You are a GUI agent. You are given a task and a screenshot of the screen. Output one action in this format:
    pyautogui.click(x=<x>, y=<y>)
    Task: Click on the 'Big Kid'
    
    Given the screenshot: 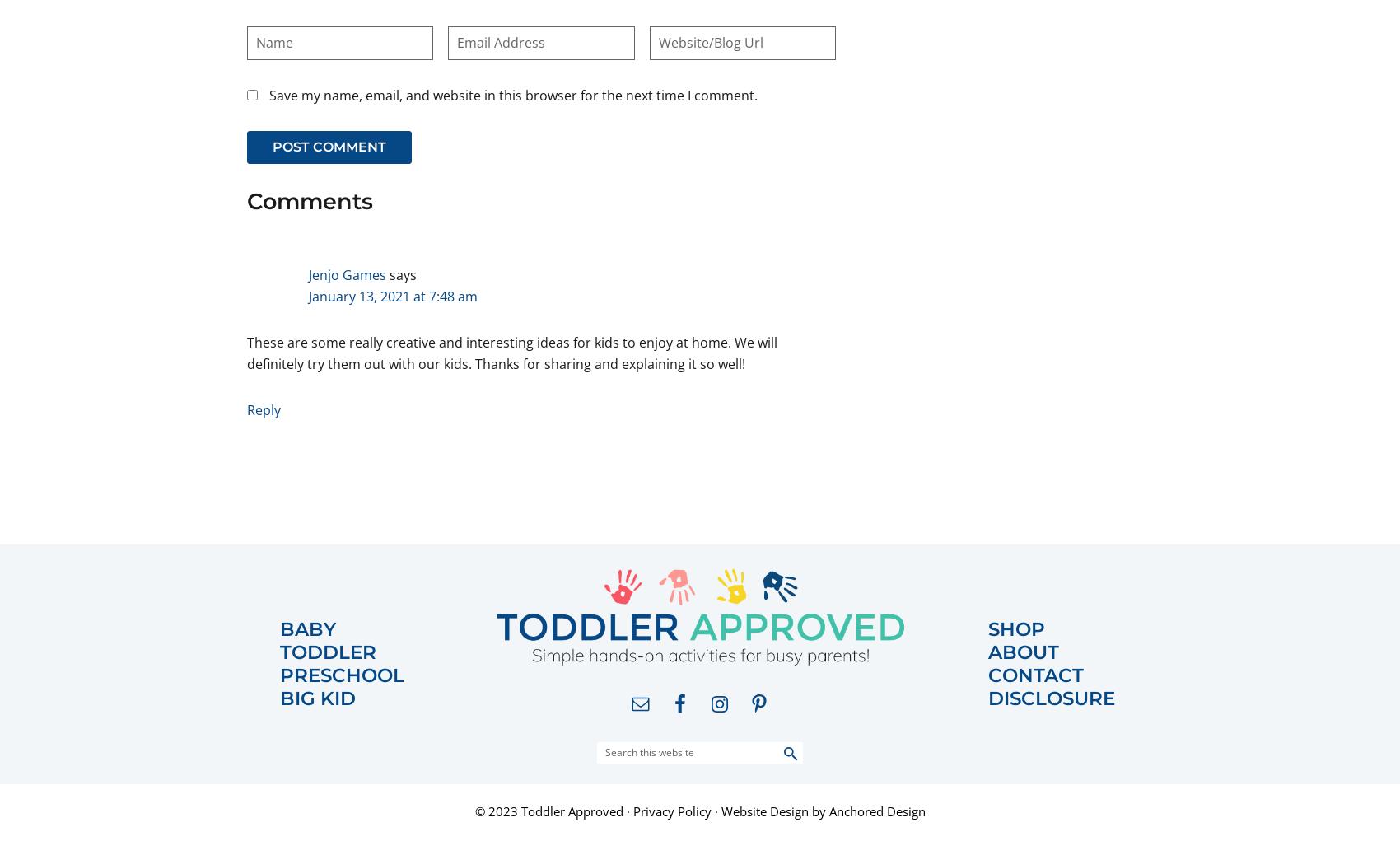 What is the action you would take?
    pyautogui.click(x=279, y=698)
    